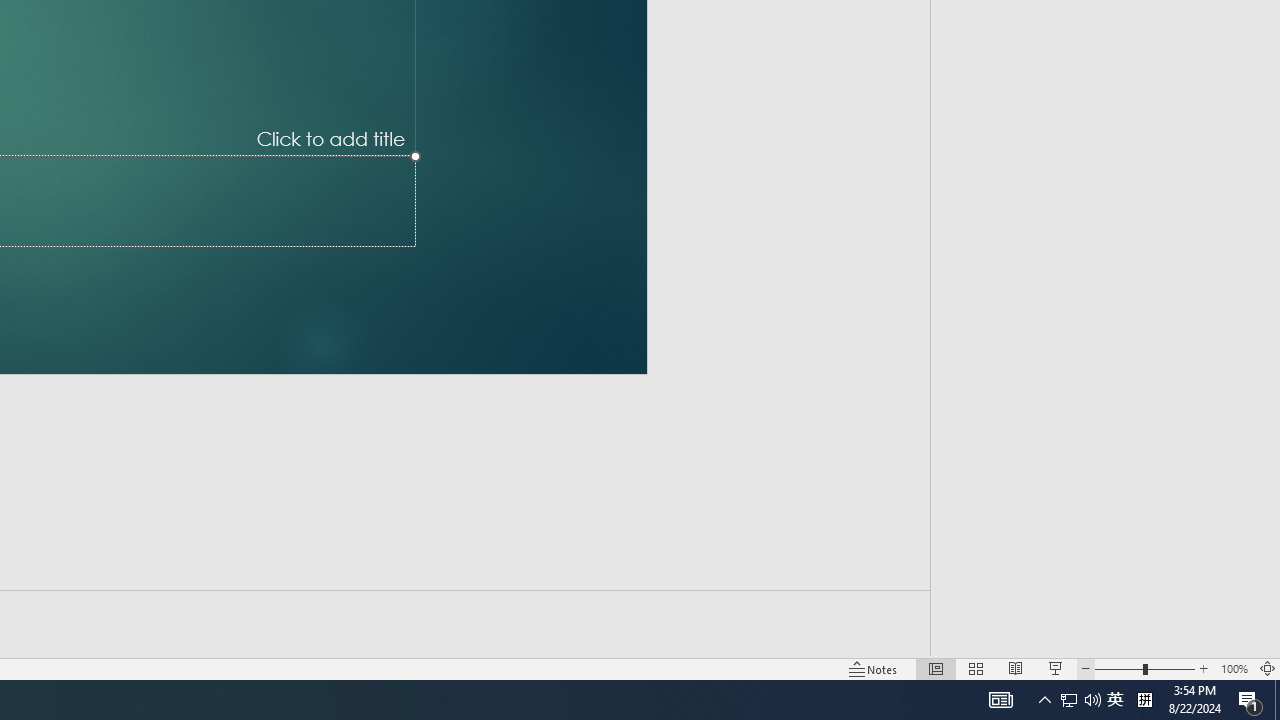 The height and width of the screenshot is (720, 1280). Describe the element at coordinates (1266, 669) in the screenshot. I see `'Zoom to Fit '` at that location.